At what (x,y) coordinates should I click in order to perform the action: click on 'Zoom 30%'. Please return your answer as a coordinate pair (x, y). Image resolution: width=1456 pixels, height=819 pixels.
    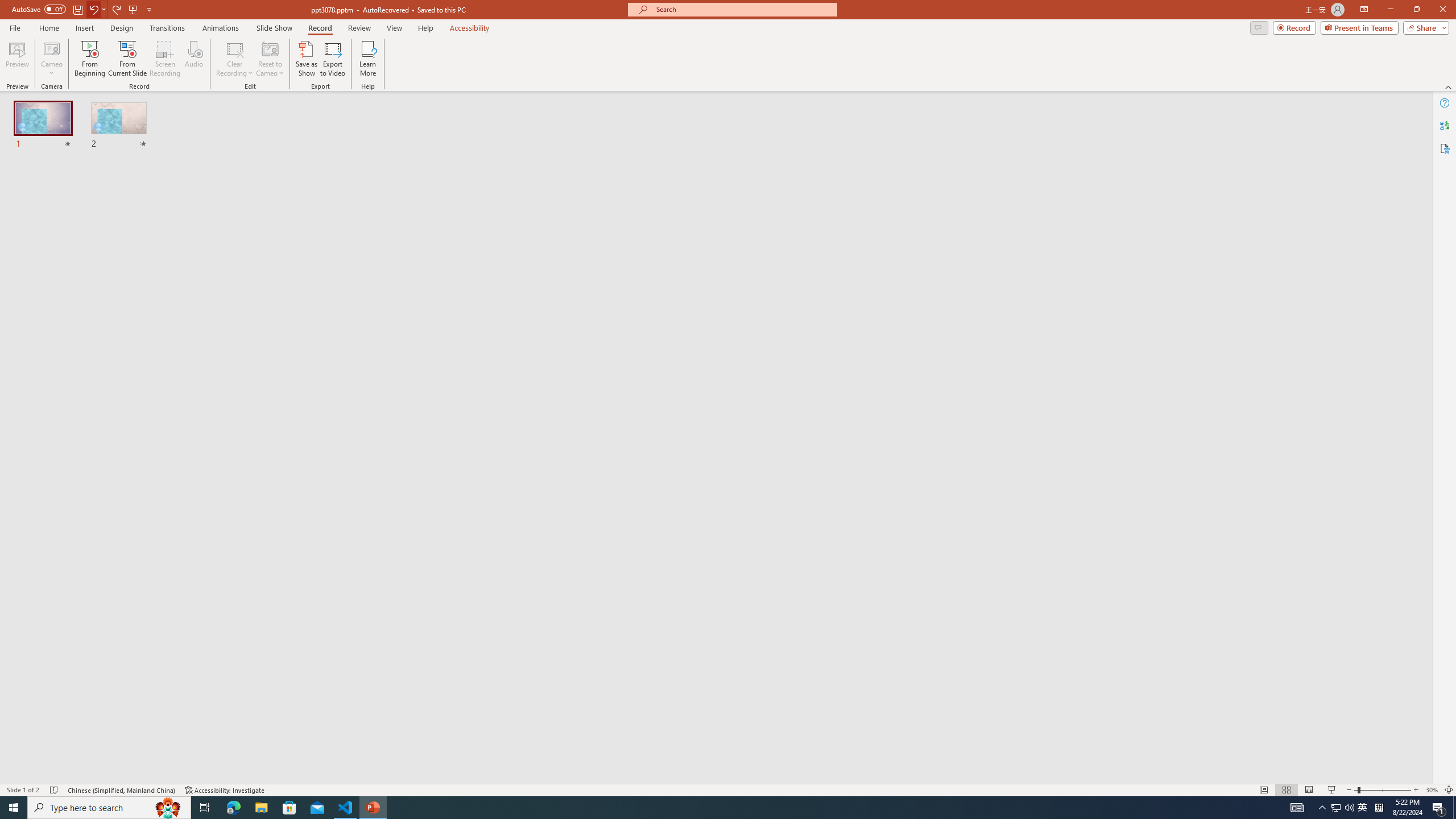
    Looking at the image, I should click on (1431, 790).